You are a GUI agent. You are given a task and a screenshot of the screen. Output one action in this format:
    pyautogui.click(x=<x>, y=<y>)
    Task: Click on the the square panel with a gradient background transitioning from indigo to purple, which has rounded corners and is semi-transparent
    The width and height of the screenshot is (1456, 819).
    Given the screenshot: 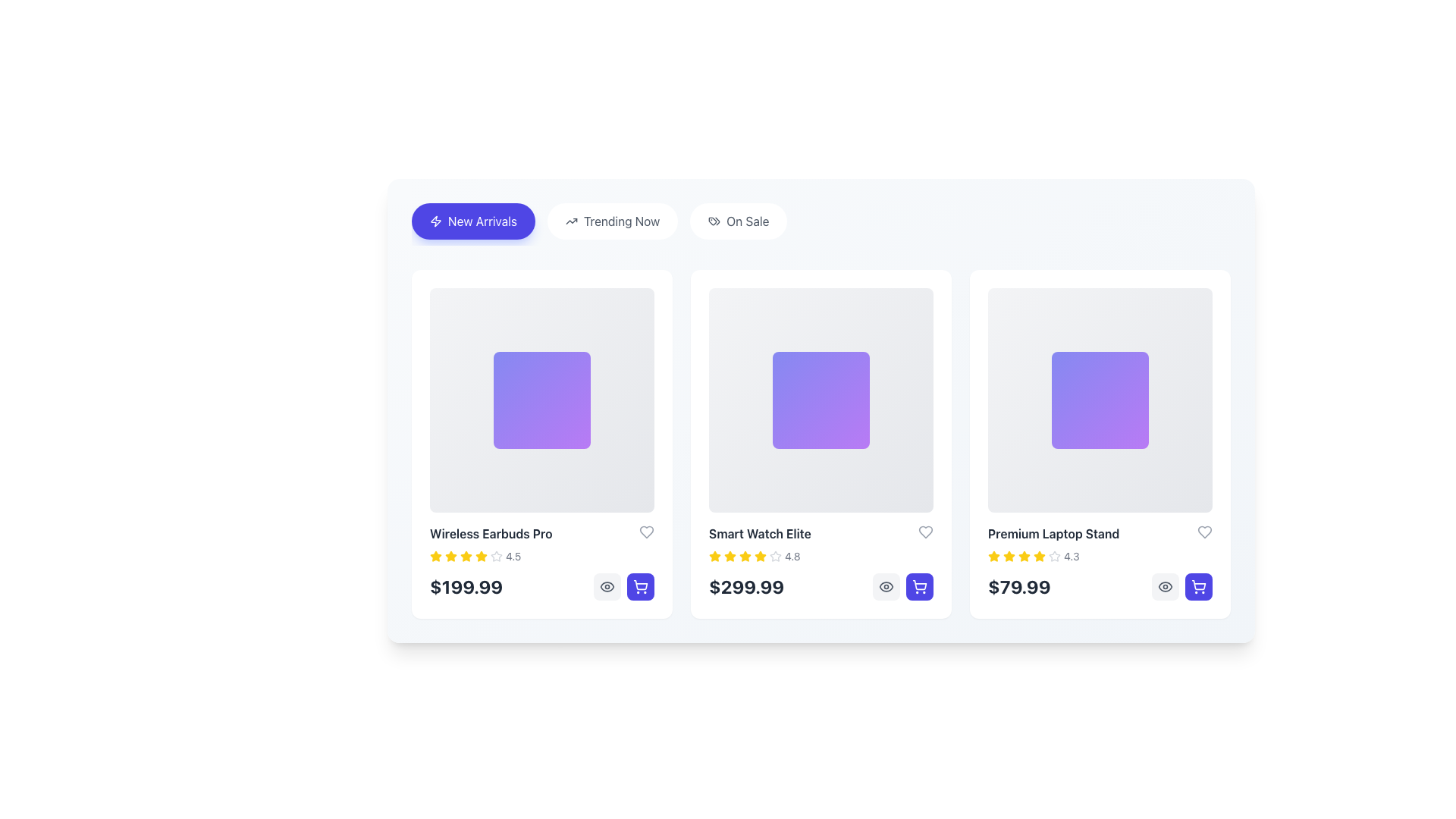 What is the action you would take?
    pyautogui.click(x=542, y=400)
    